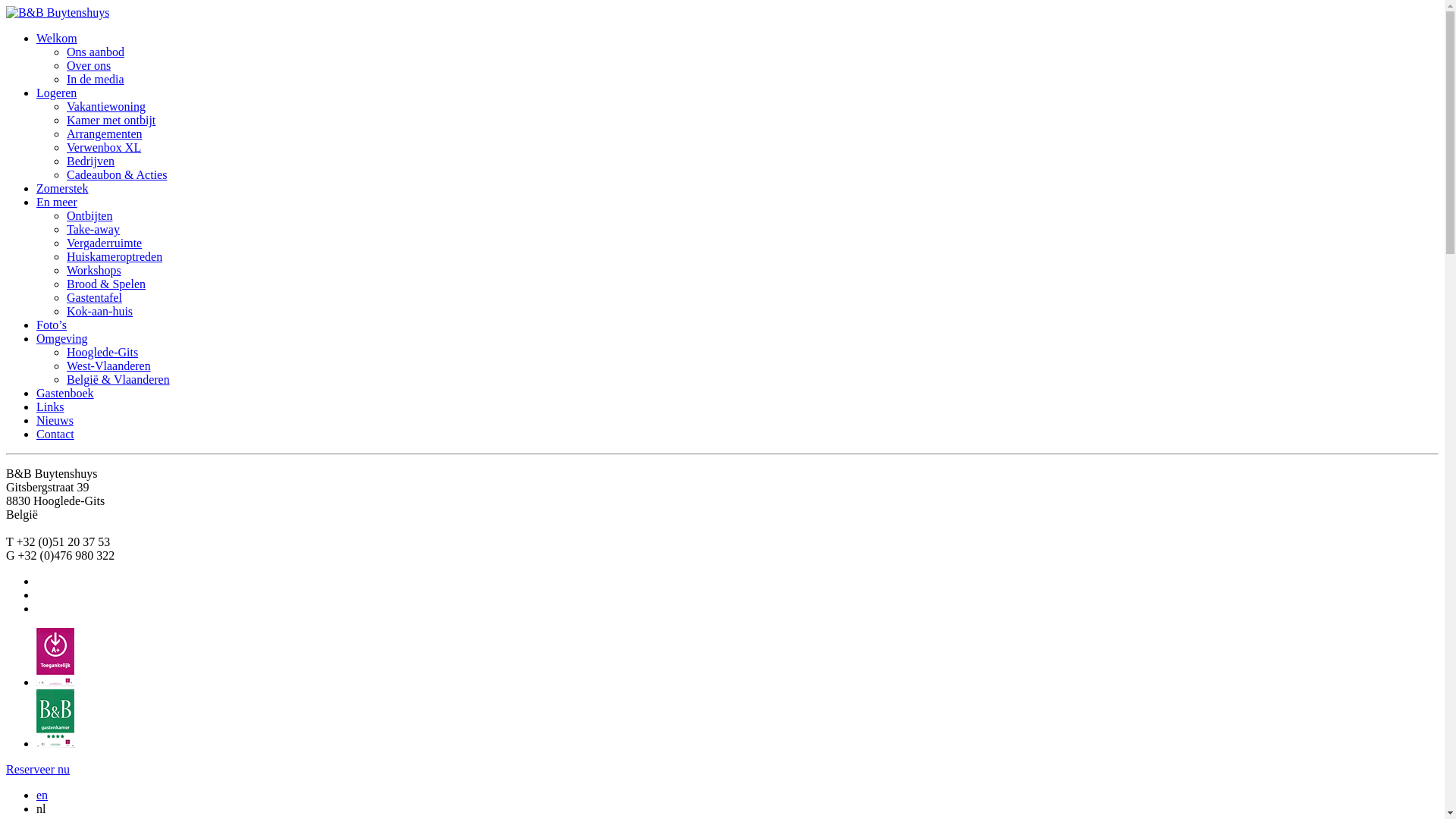  Describe the element at coordinates (93, 269) in the screenshot. I see `'Workshops'` at that location.